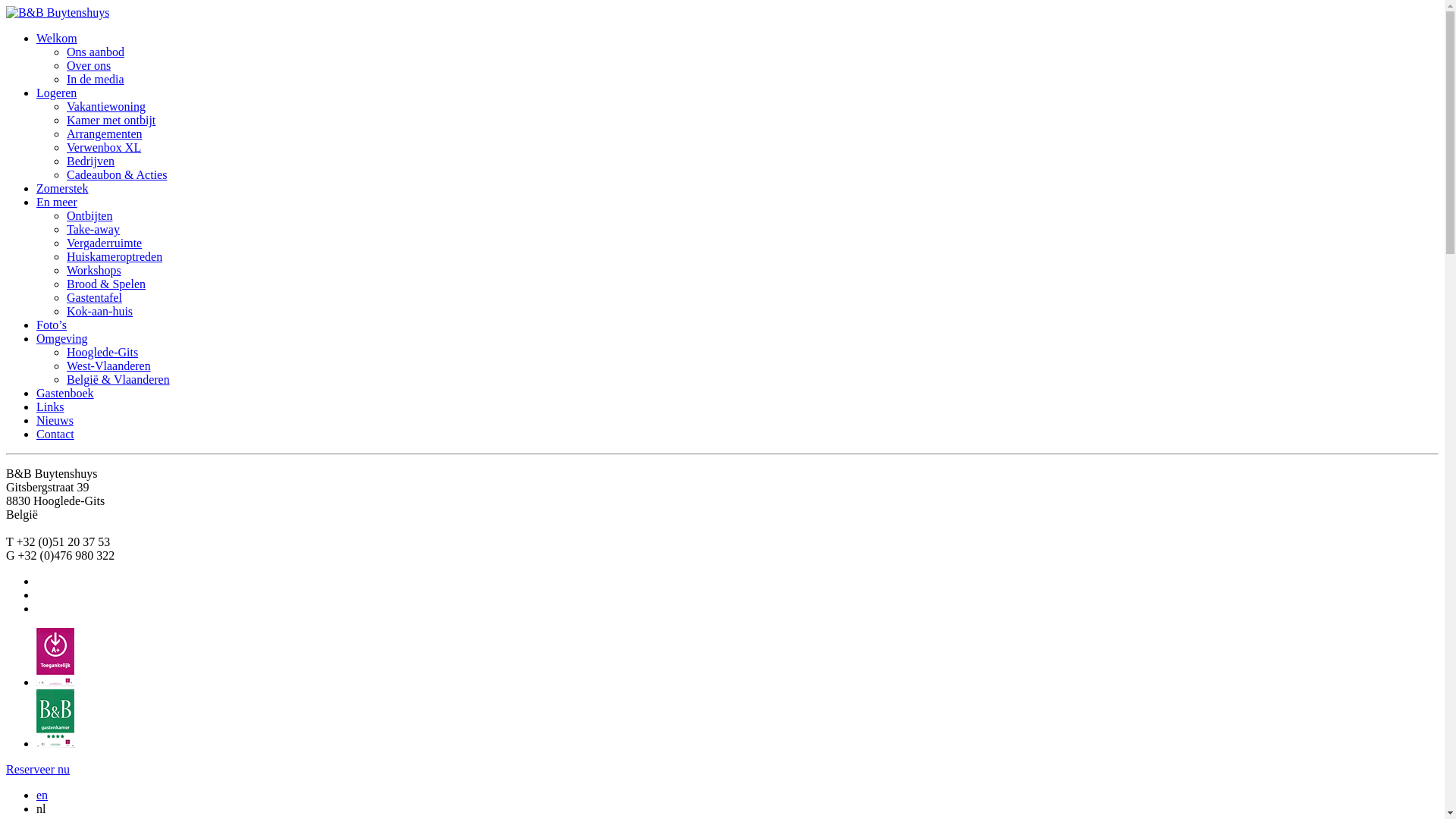  Describe the element at coordinates (93, 269) in the screenshot. I see `'Workshops'` at that location.